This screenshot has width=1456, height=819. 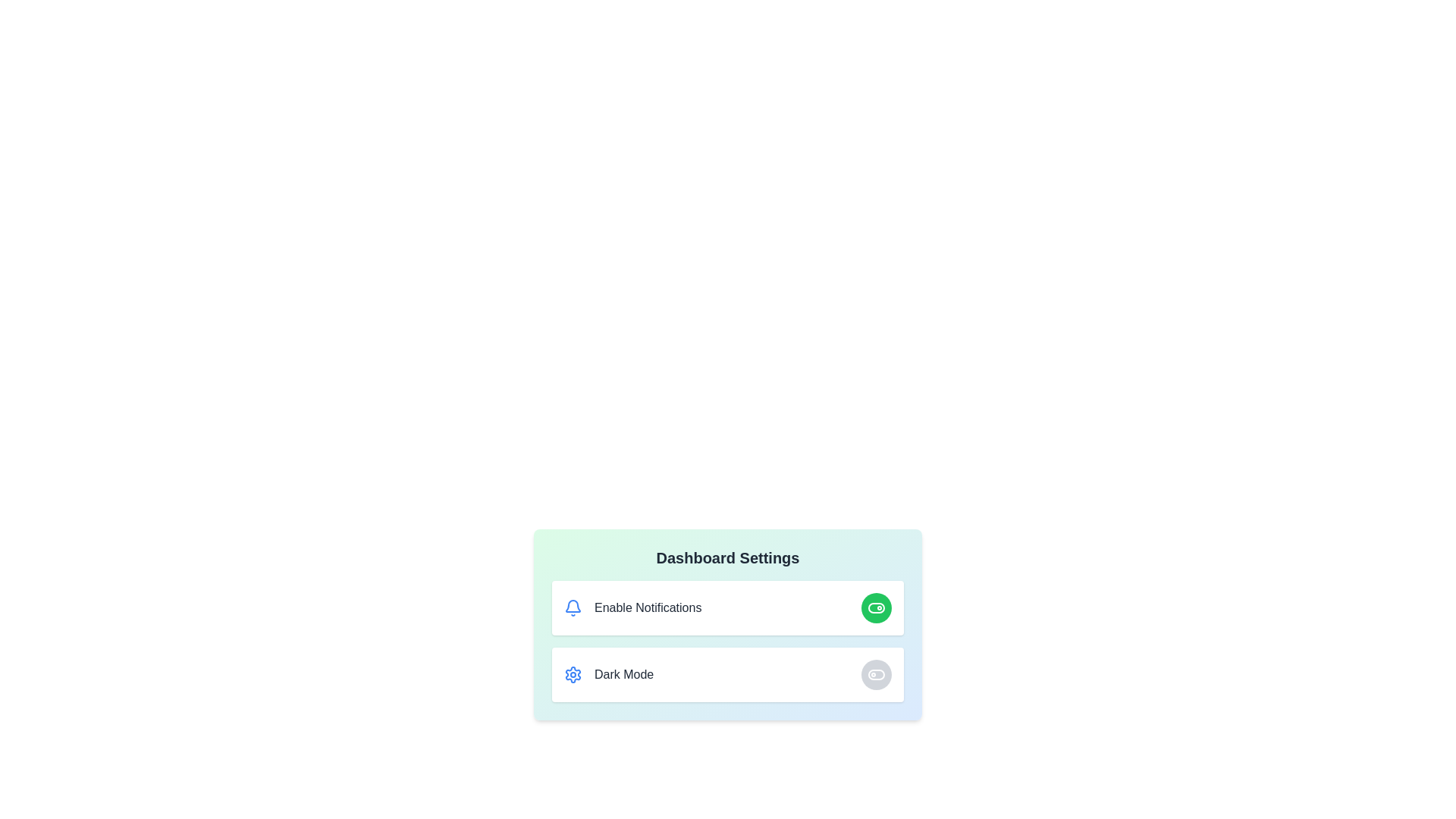 I want to click on the Label containing the blue bell icon and the text 'Enable Notifications', which is positioned to the left of a green circular button with a white eye icon, so click(x=632, y=607).